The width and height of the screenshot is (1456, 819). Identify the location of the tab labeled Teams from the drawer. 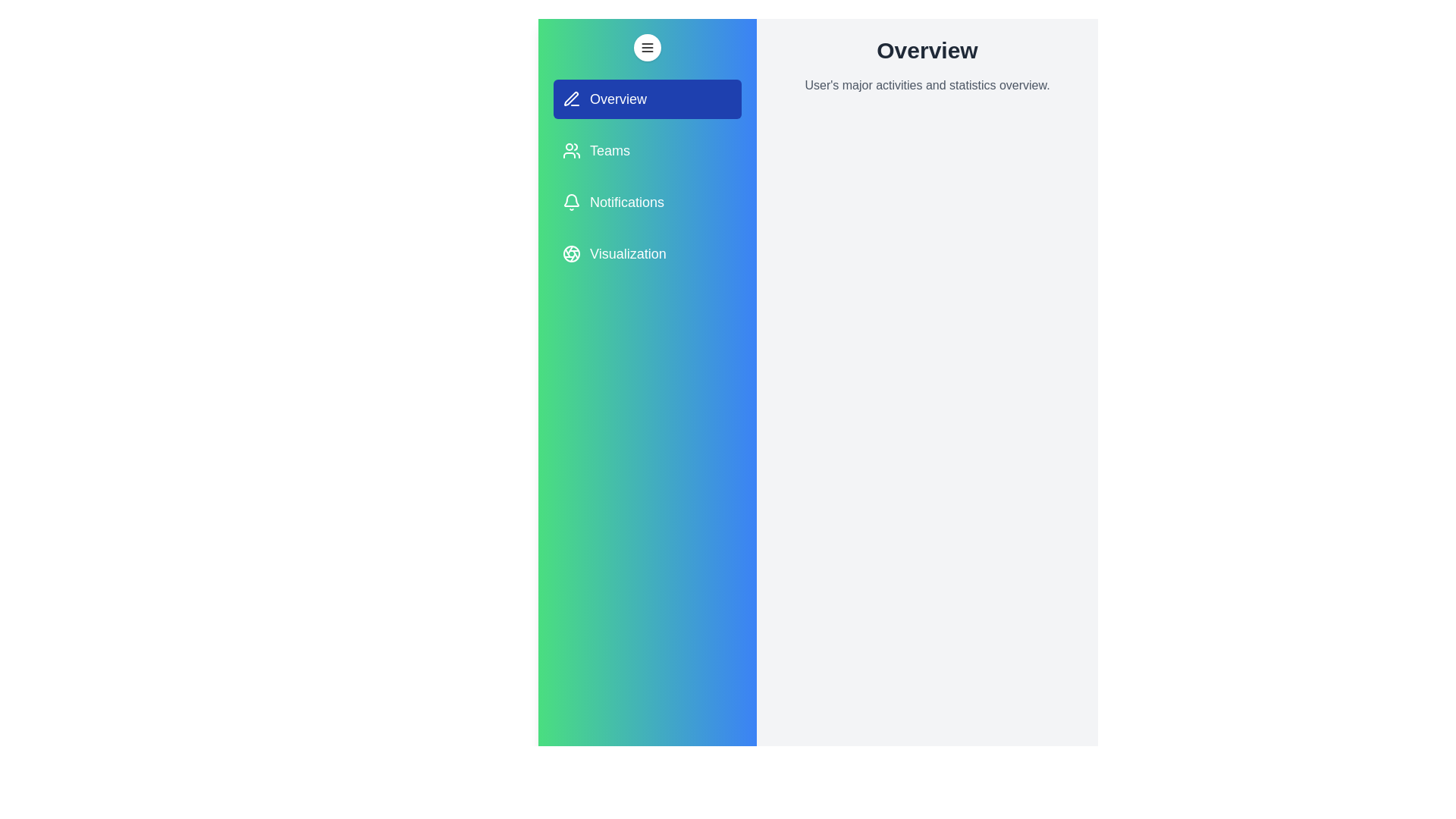
(648, 151).